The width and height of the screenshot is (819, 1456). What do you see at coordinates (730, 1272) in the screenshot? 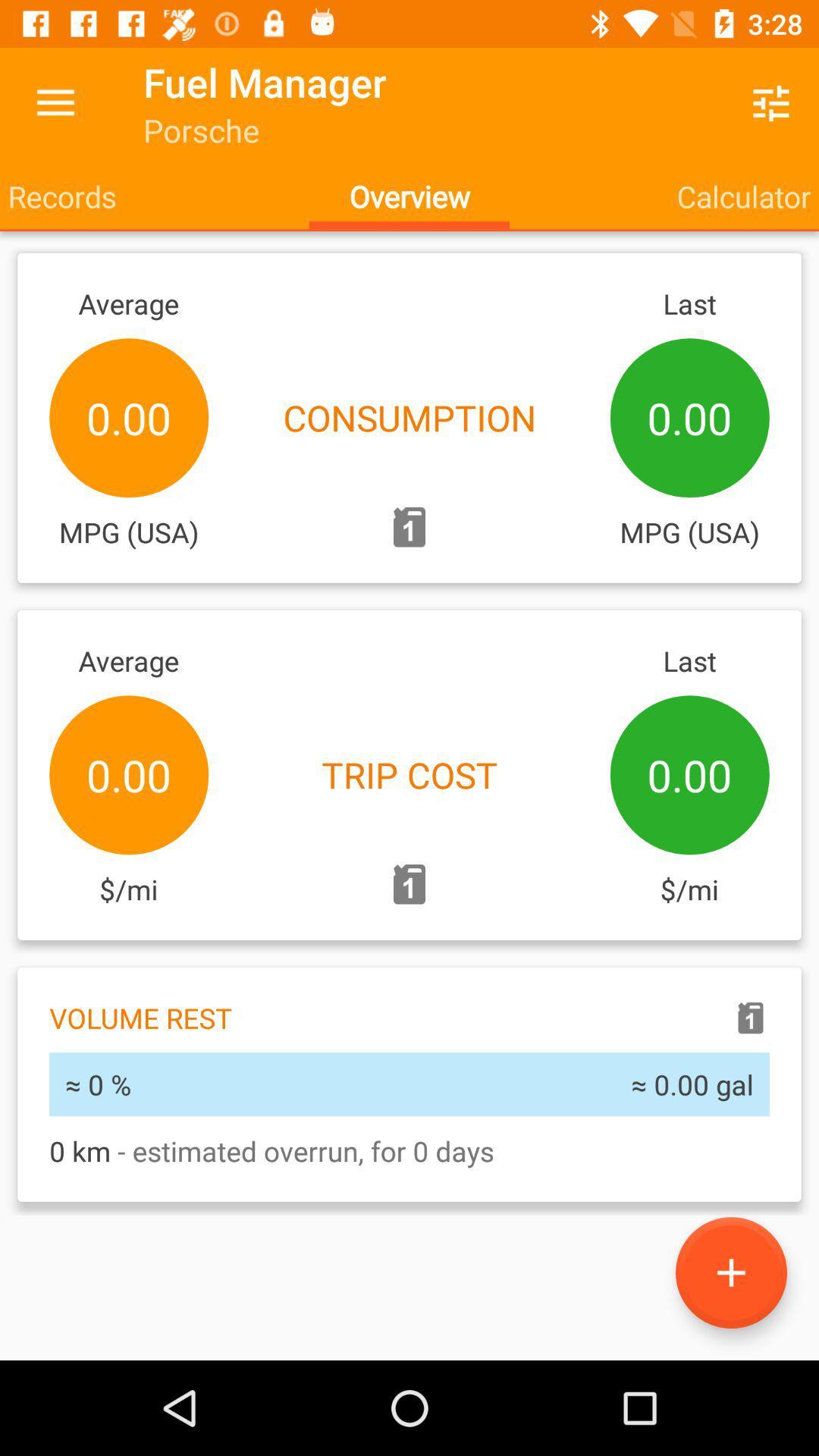
I see `more` at bounding box center [730, 1272].